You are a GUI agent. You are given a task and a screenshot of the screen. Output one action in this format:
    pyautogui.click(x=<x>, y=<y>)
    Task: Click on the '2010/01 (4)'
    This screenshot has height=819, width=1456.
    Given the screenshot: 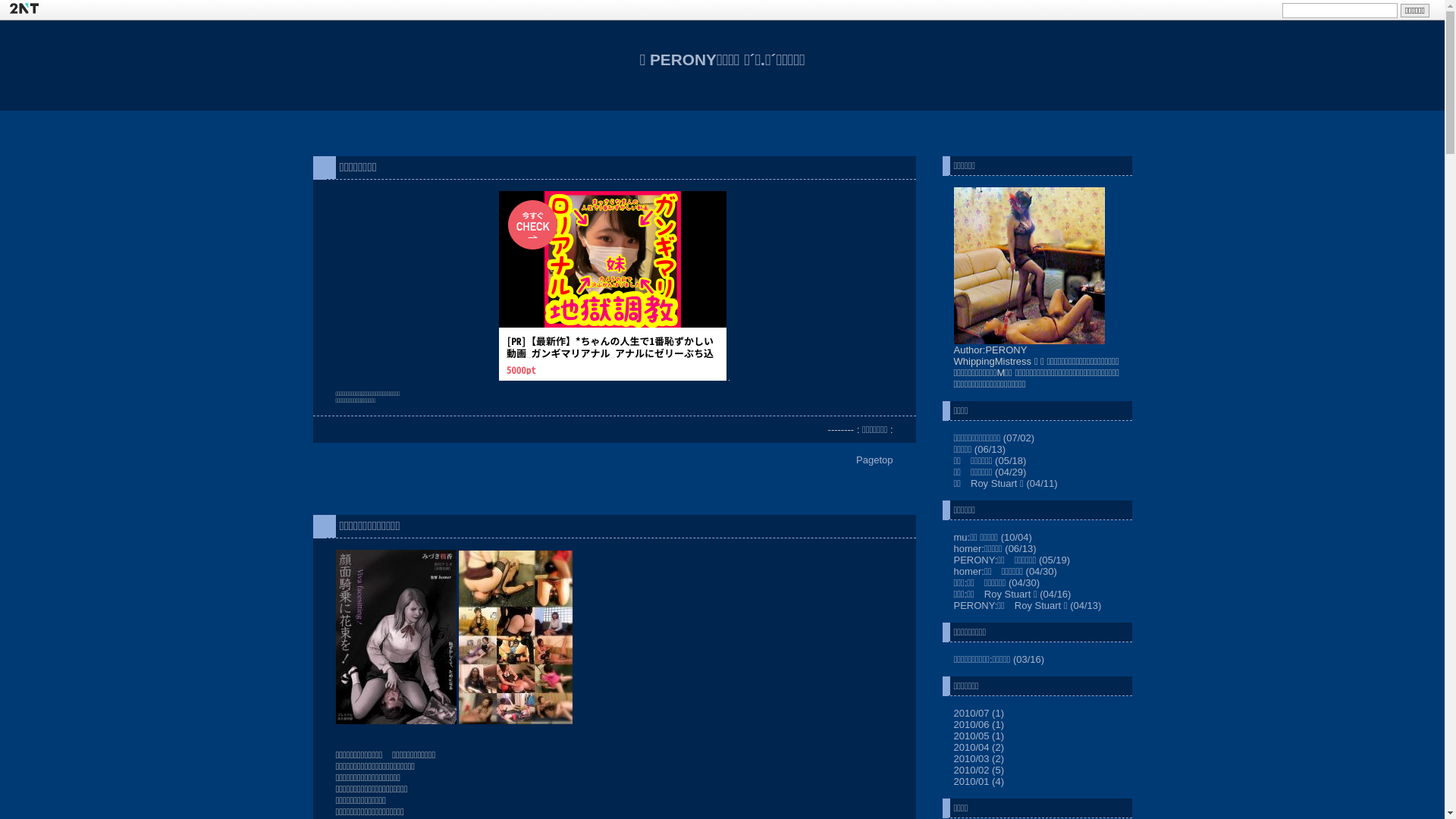 What is the action you would take?
    pyautogui.click(x=979, y=781)
    